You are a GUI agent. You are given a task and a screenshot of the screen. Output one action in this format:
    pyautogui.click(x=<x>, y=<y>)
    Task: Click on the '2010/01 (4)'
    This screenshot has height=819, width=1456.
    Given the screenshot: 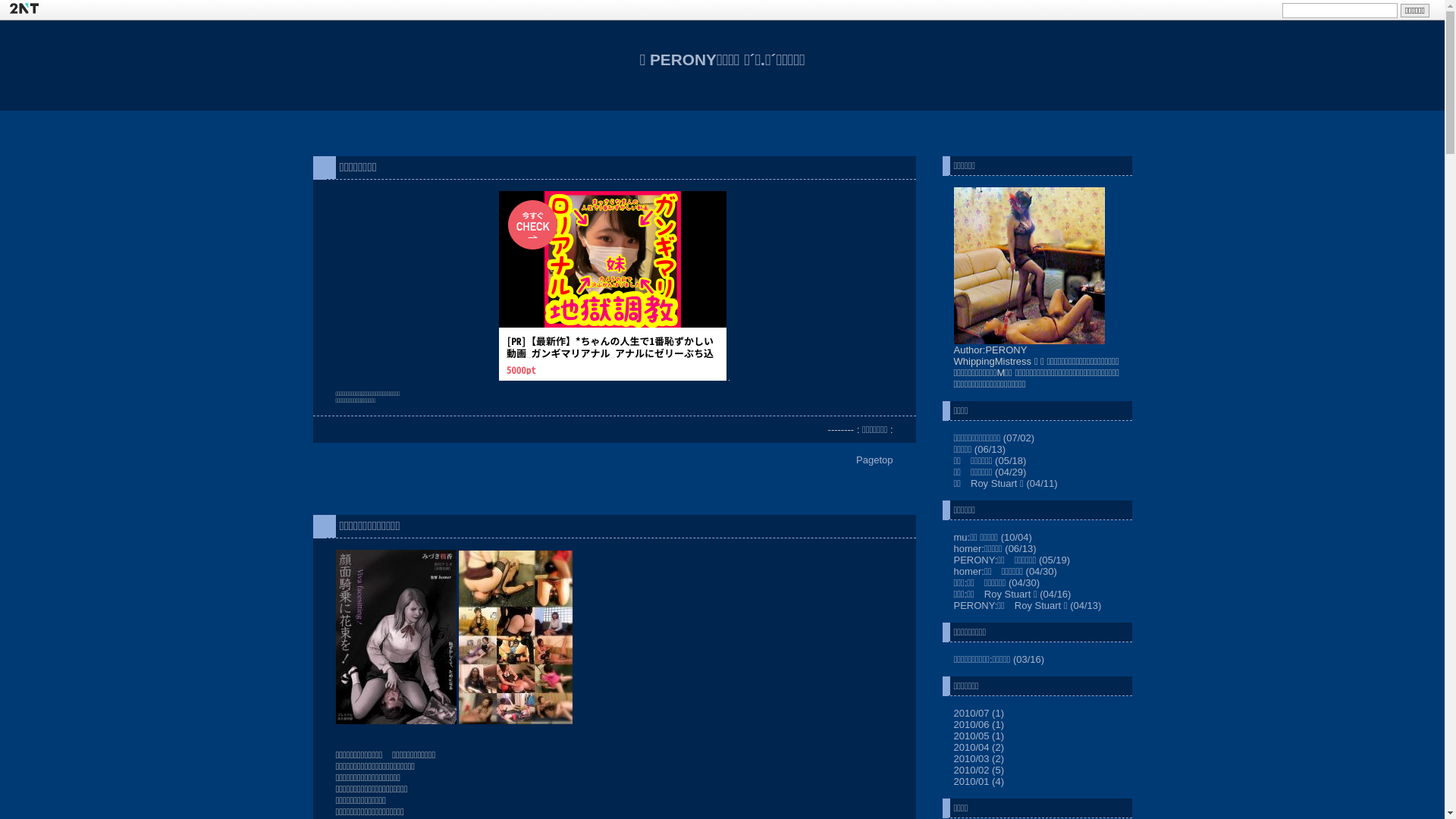 What is the action you would take?
    pyautogui.click(x=979, y=781)
    